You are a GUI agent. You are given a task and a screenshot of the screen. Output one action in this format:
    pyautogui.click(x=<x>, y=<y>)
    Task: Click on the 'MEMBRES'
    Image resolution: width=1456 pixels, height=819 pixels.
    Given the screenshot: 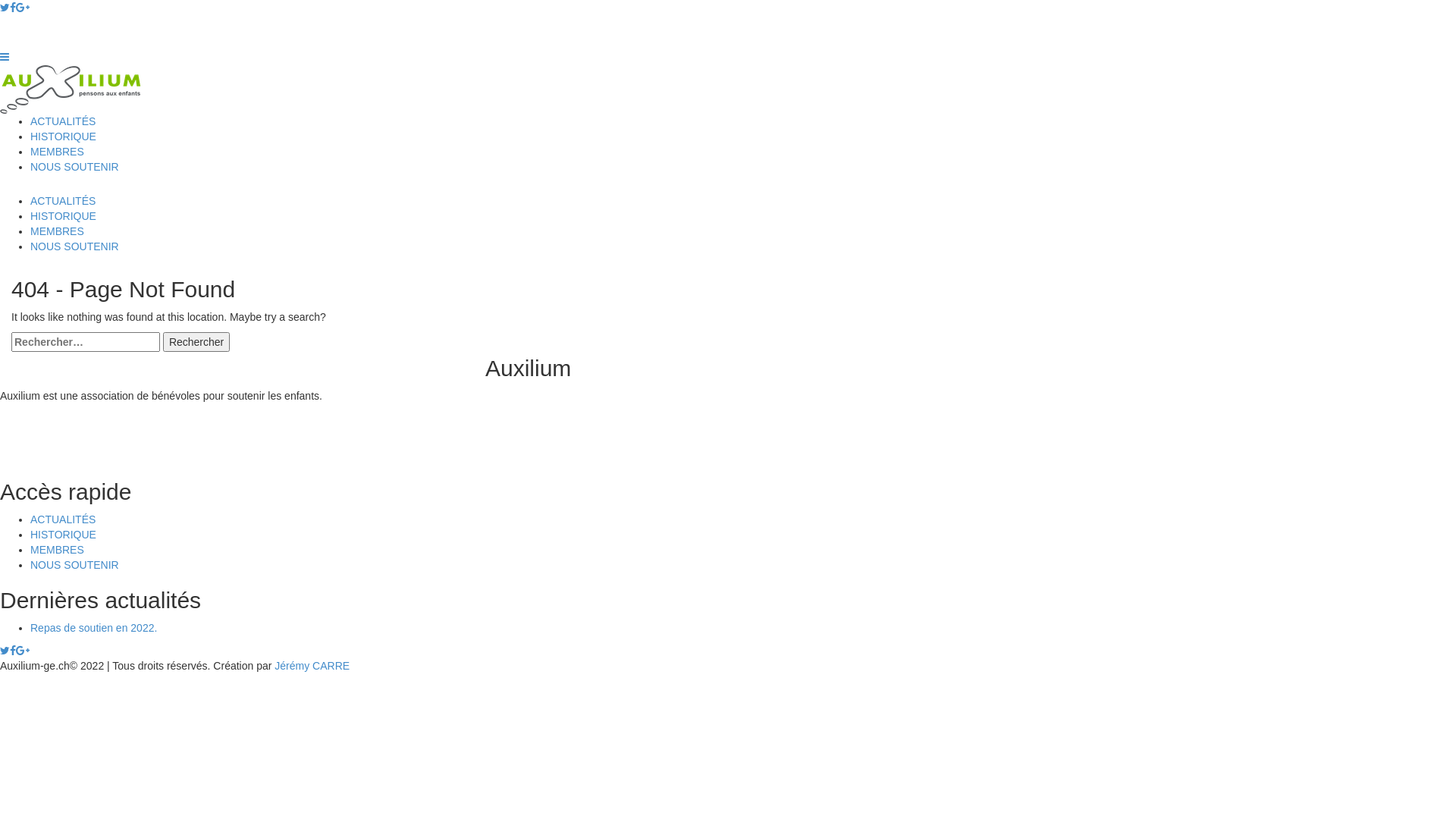 What is the action you would take?
    pyautogui.click(x=57, y=550)
    